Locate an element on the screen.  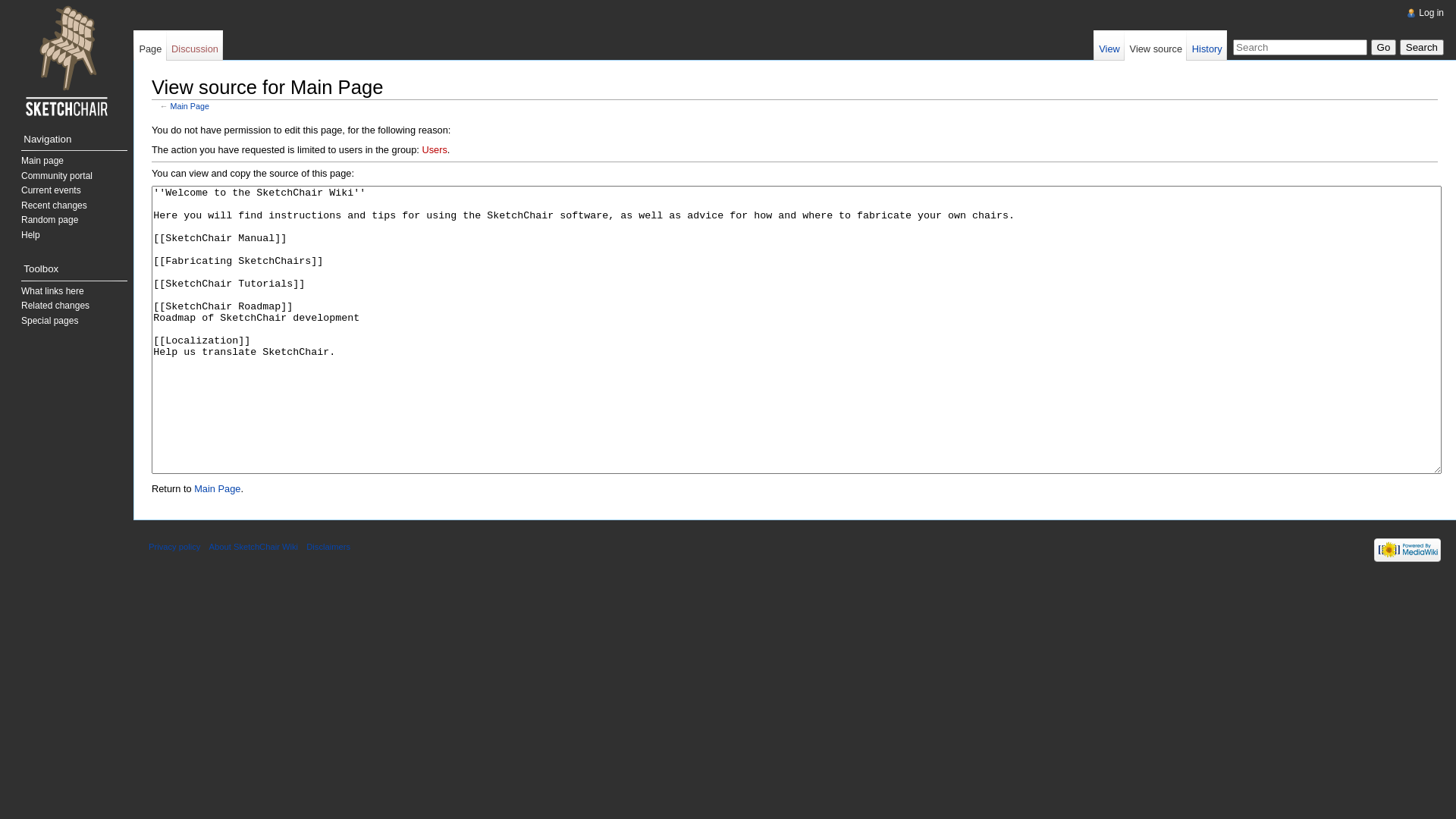
'What links here' is located at coordinates (52, 291).